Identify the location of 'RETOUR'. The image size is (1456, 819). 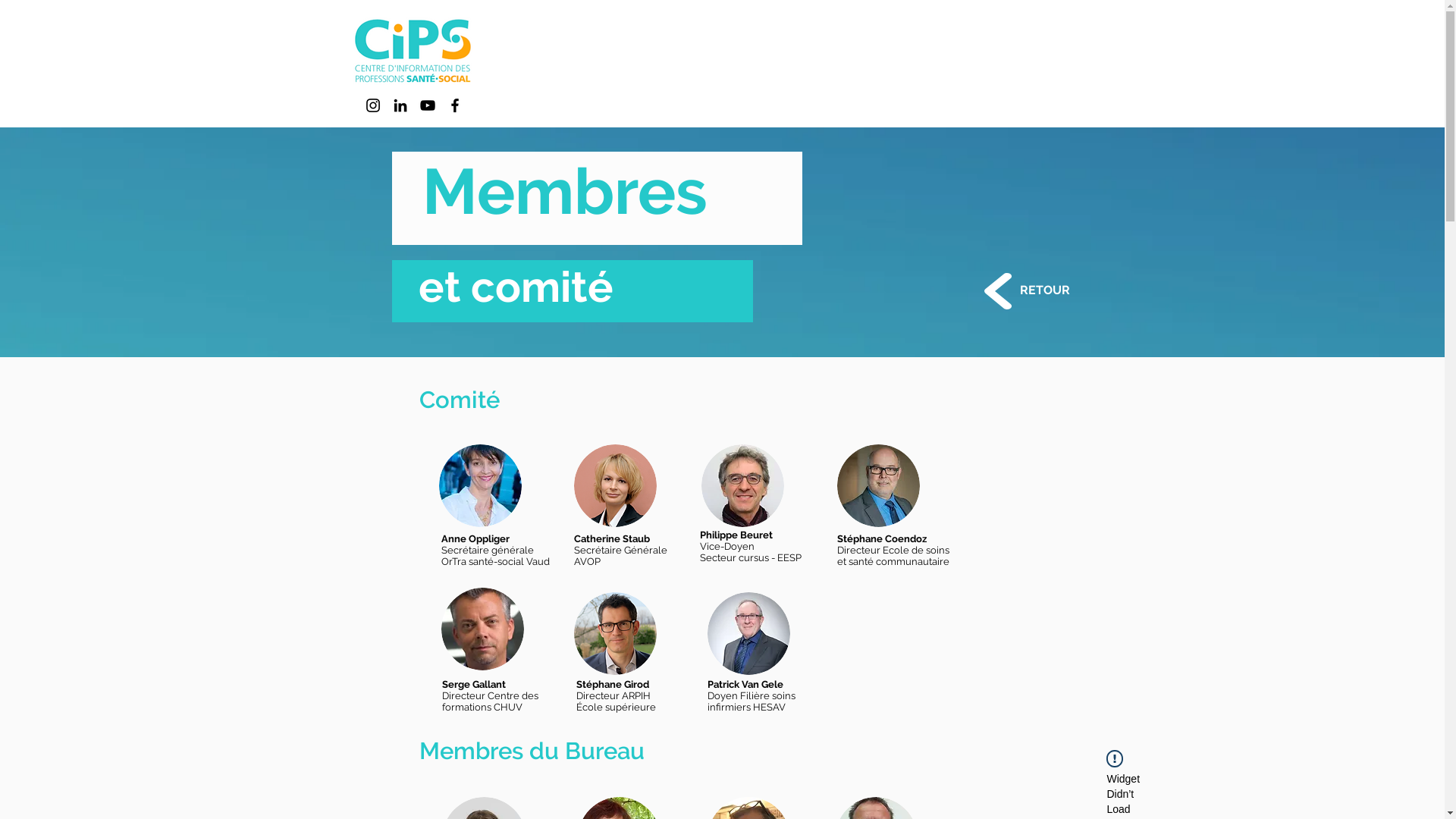
(1043, 290).